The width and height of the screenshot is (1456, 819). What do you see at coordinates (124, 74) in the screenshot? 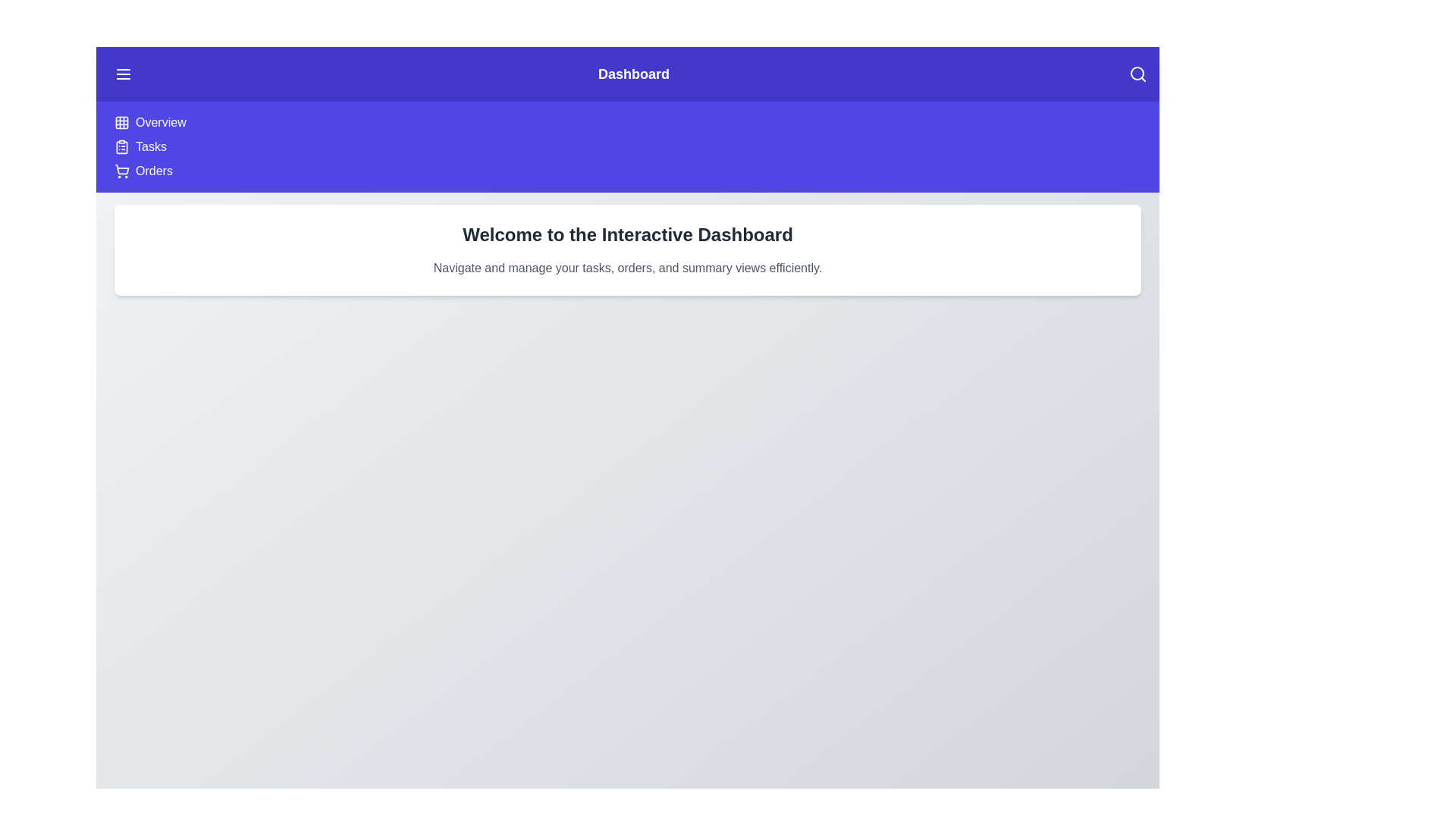
I see `menu button in the top left corner of the app bar to toggle the sidebar visibility` at bounding box center [124, 74].